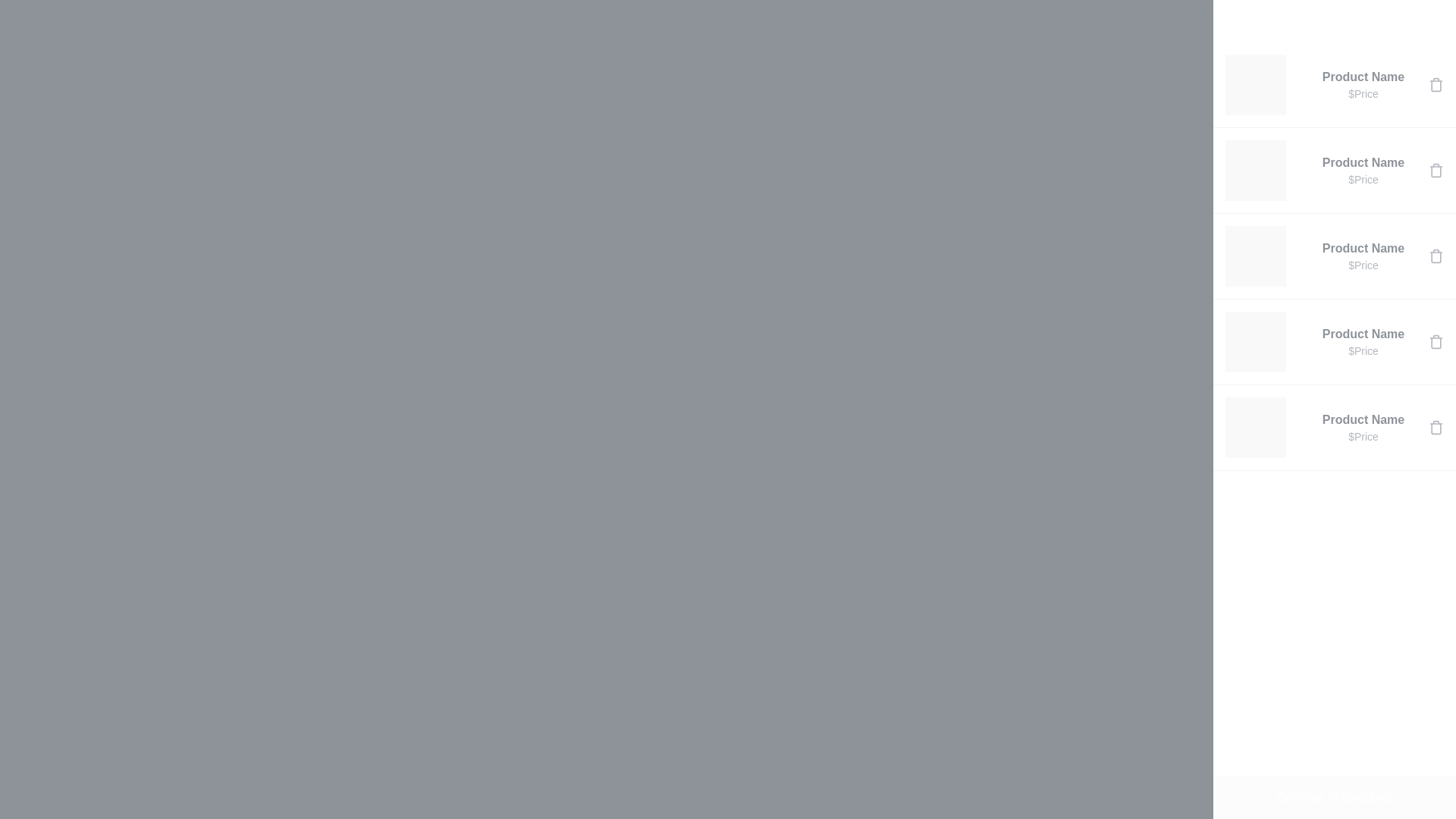 The height and width of the screenshot is (819, 1456). I want to click on the Trash Bin icon, which is the rightmost item in the row displaying product information, to initiate a delete action, so click(1436, 427).